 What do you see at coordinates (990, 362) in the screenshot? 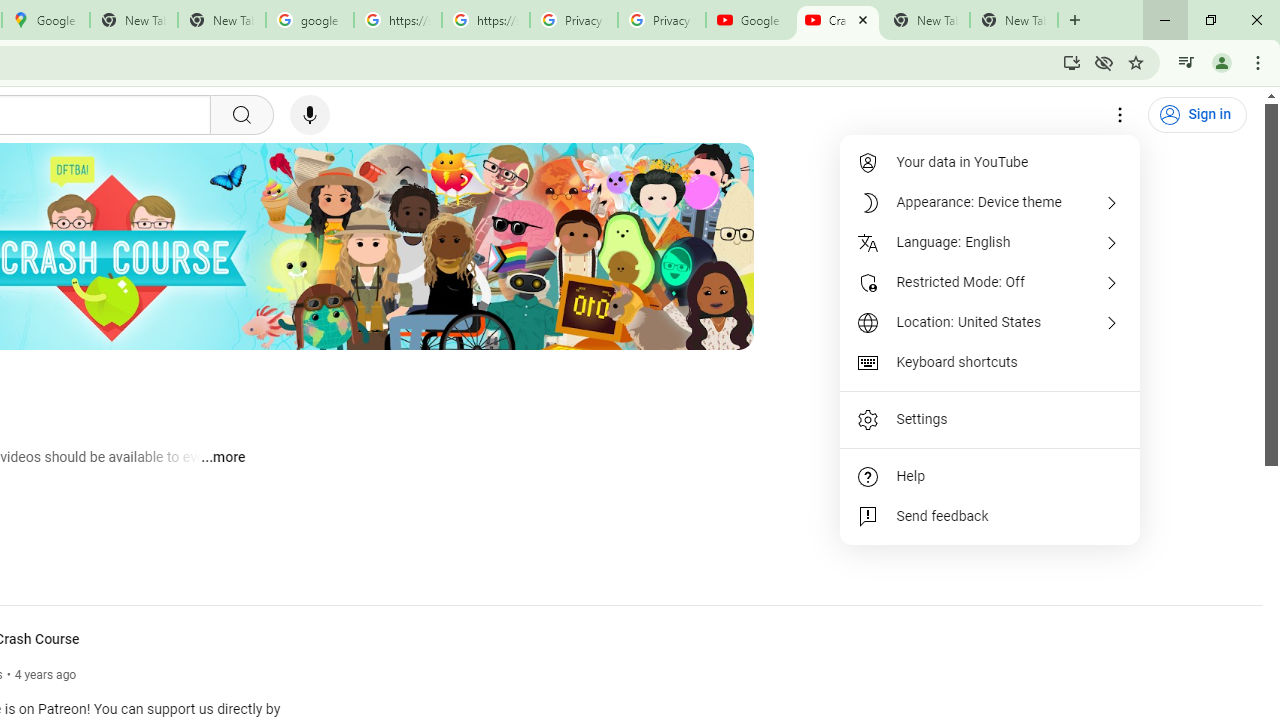
I see `'Keyboard shortcuts'` at bounding box center [990, 362].